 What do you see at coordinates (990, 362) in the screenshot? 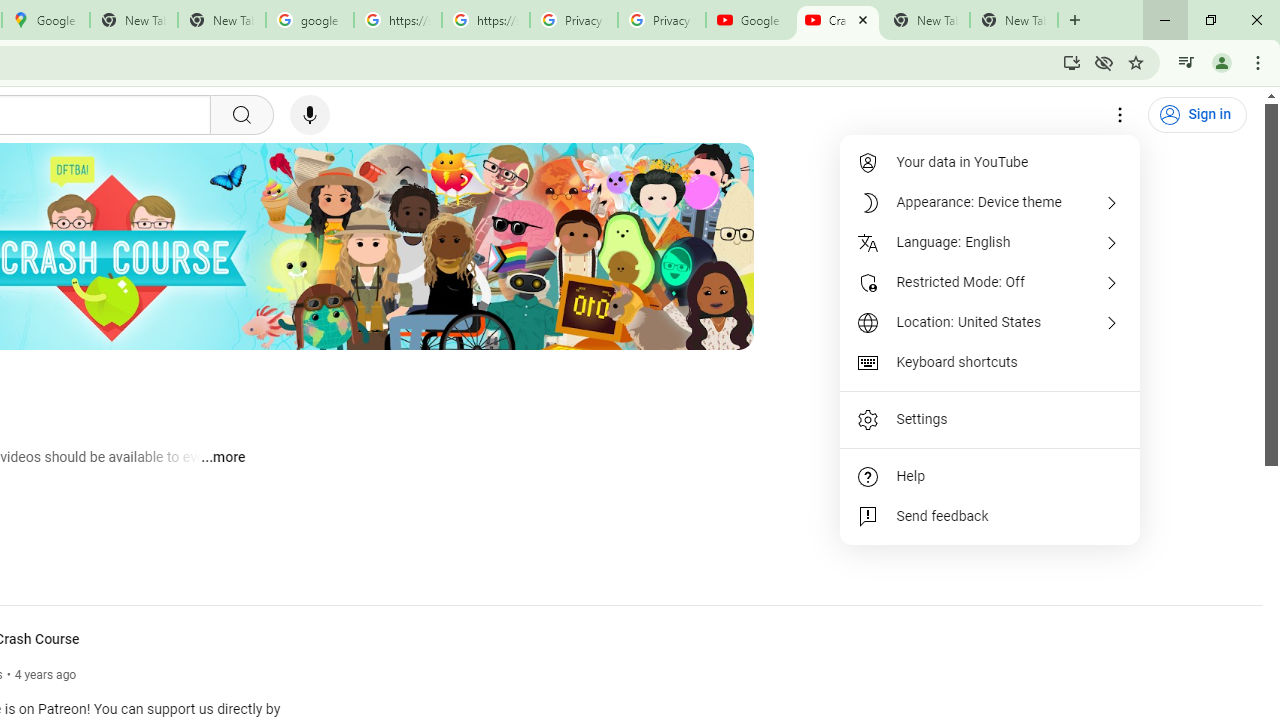
I see `'Keyboard shortcuts'` at bounding box center [990, 362].